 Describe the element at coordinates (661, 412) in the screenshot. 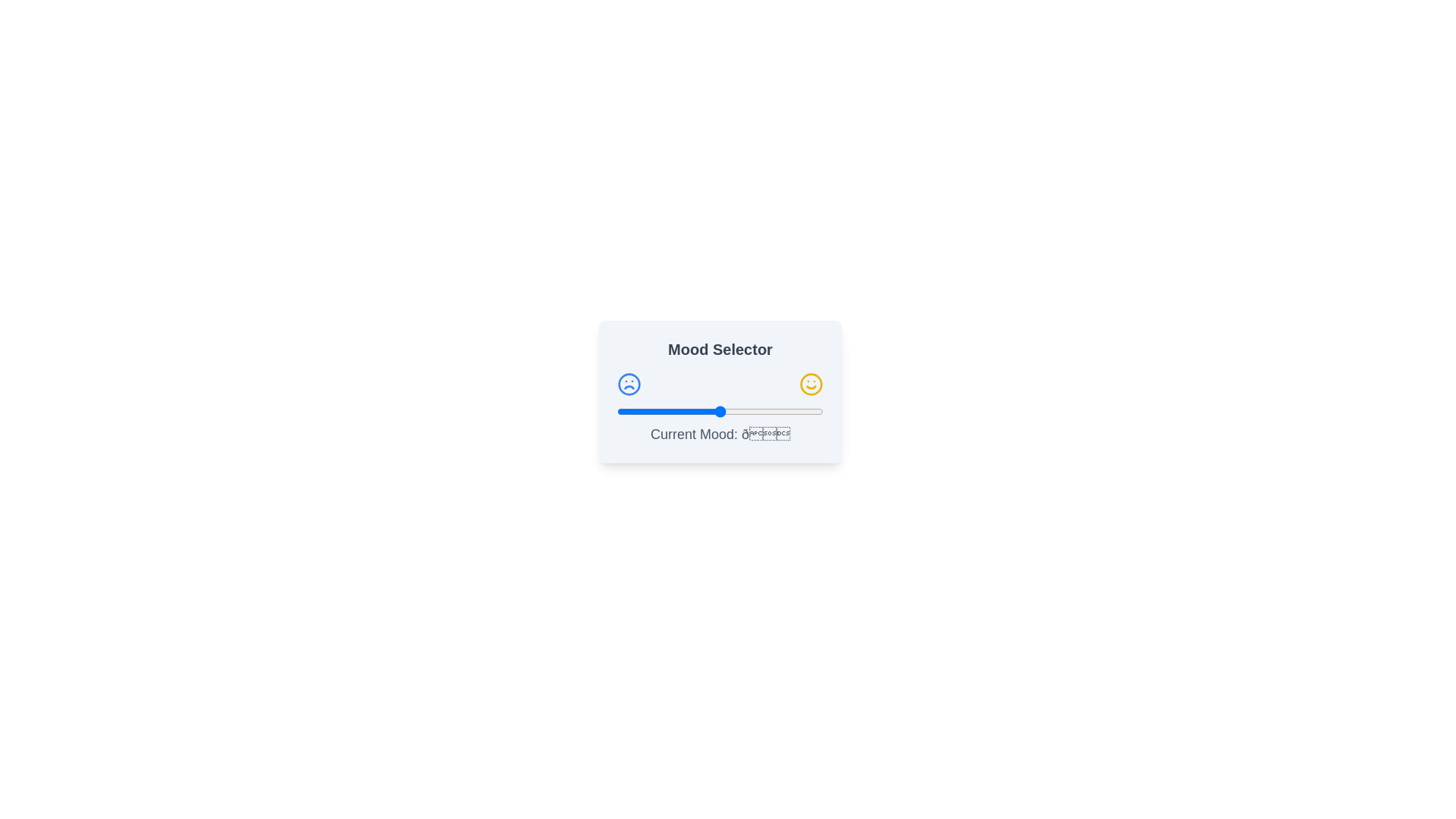

I see `the slider to set the mood value to 21` at that location.